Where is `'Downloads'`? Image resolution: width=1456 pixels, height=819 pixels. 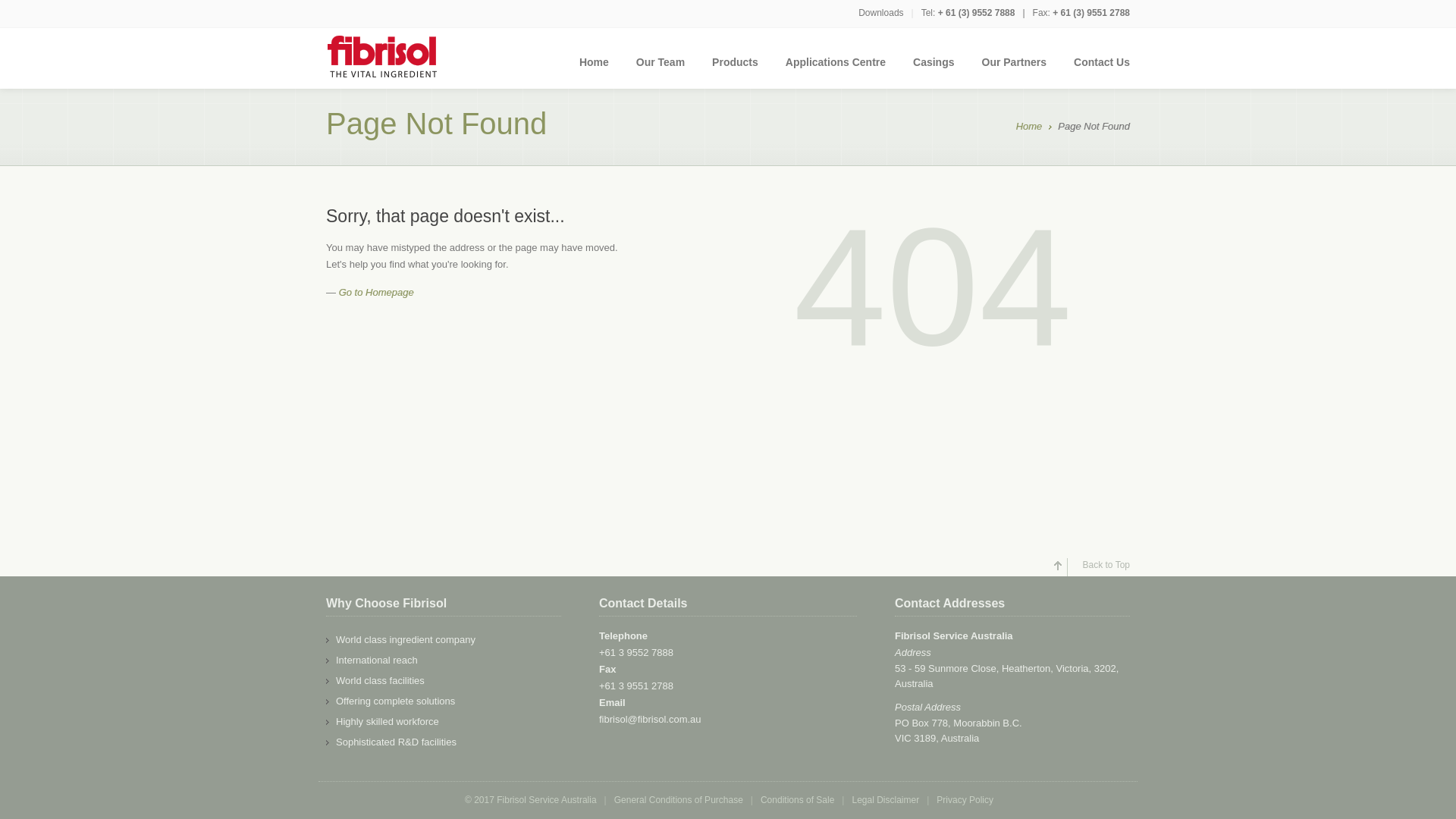
'Downloads' is located at coordinates (880, 12).